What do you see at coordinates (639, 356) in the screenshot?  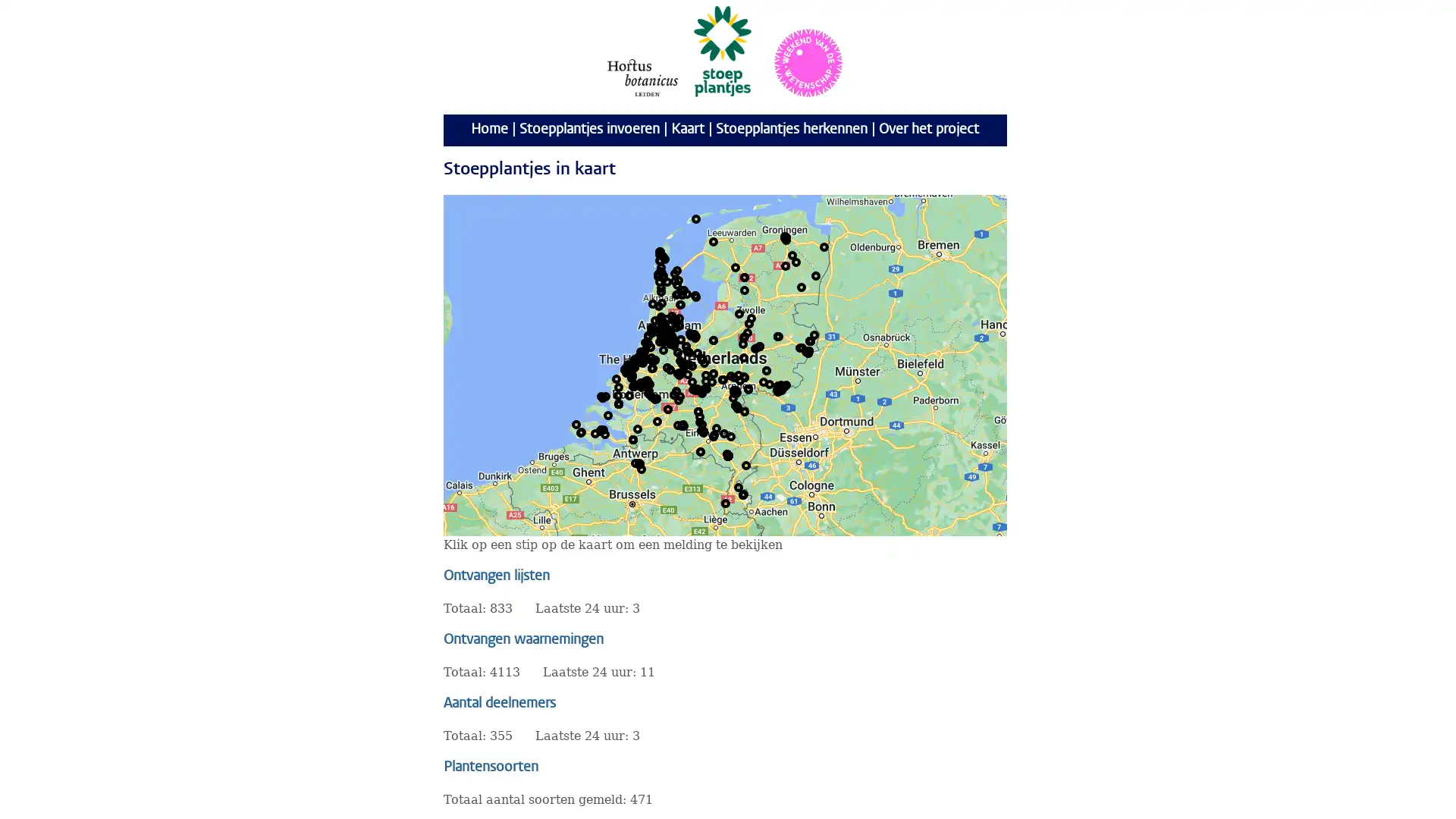 I see `Telling van op 07 november 2021` at bounding box center [639, 356].